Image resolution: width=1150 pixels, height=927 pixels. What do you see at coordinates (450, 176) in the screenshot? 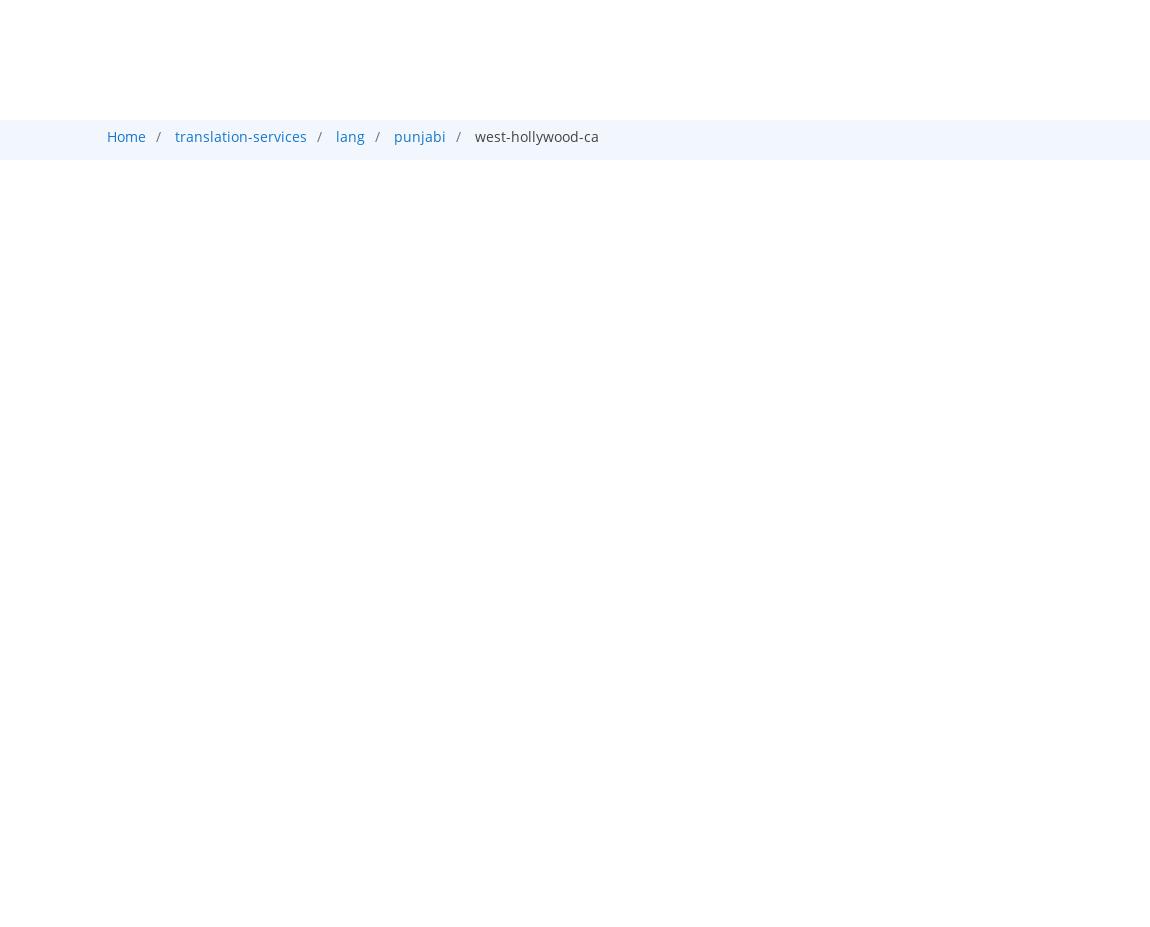
I see `'Audio'` at bounding box center [450, 176].